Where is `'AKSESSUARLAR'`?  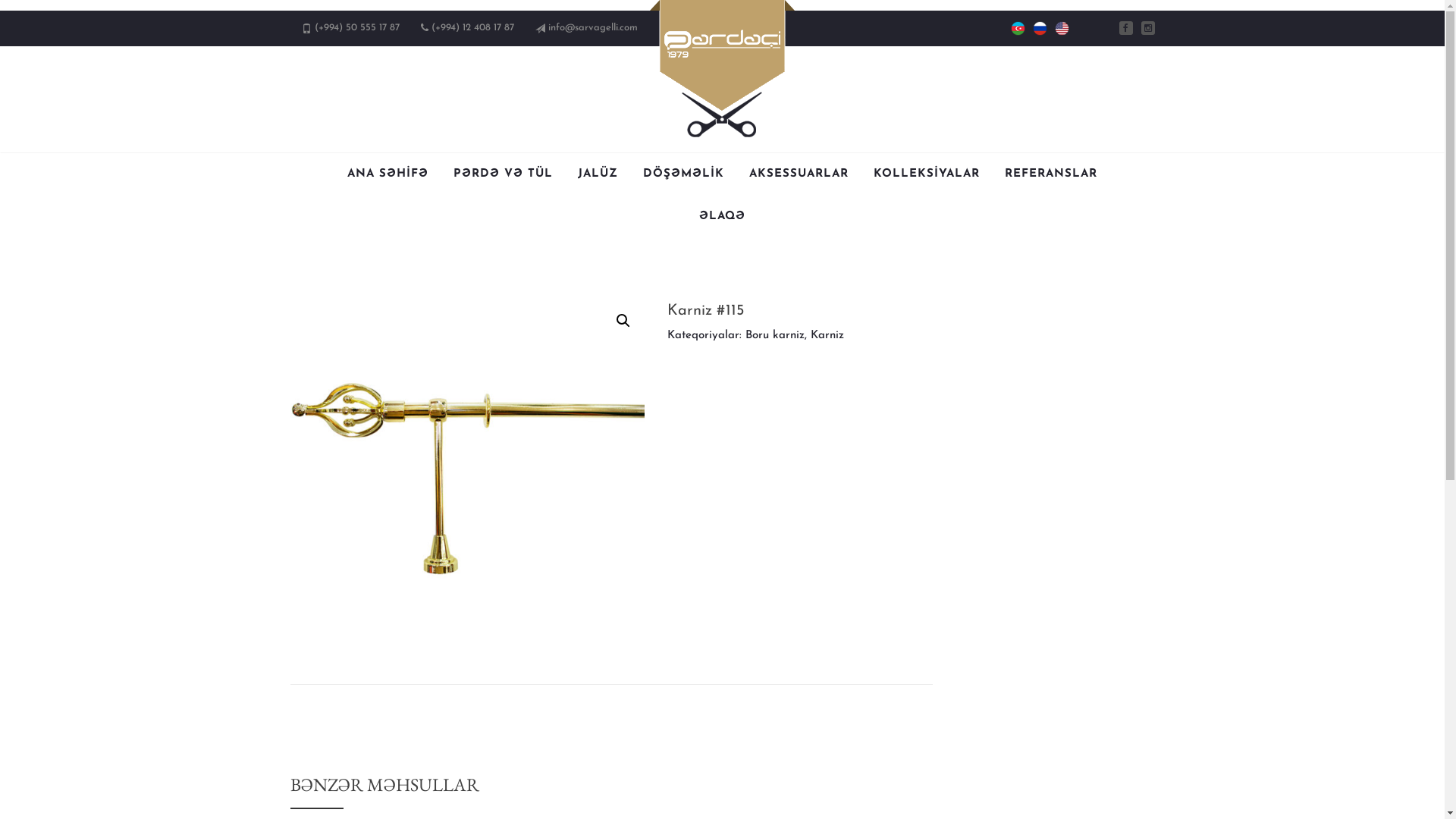
'AKSESSUARLAR' is located at coordinates (798, 174).